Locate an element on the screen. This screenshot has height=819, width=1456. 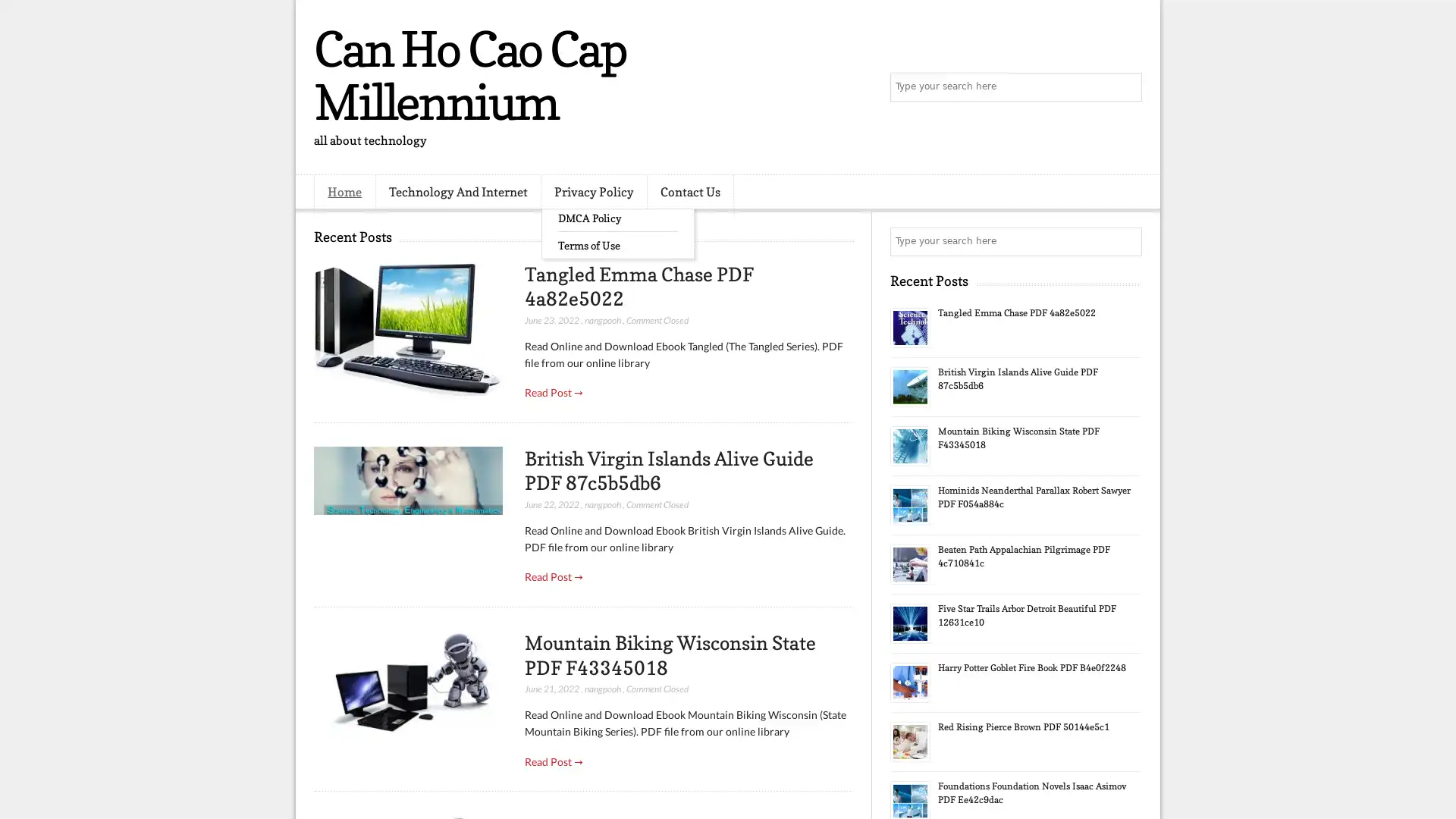
Search is located at coordinates (1126, 241).